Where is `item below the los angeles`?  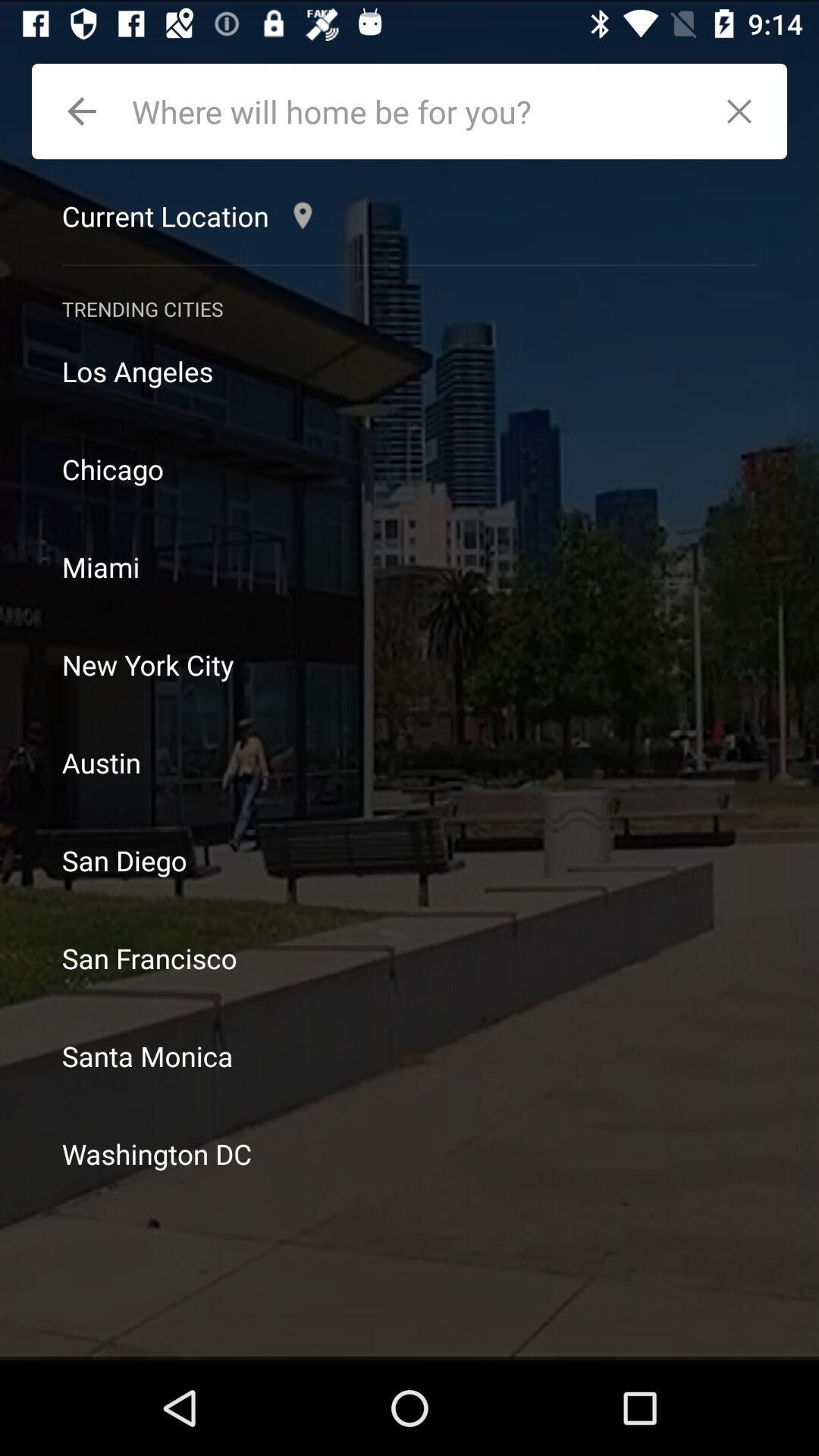 item below the los angeles is located at coordinates (409, 468).